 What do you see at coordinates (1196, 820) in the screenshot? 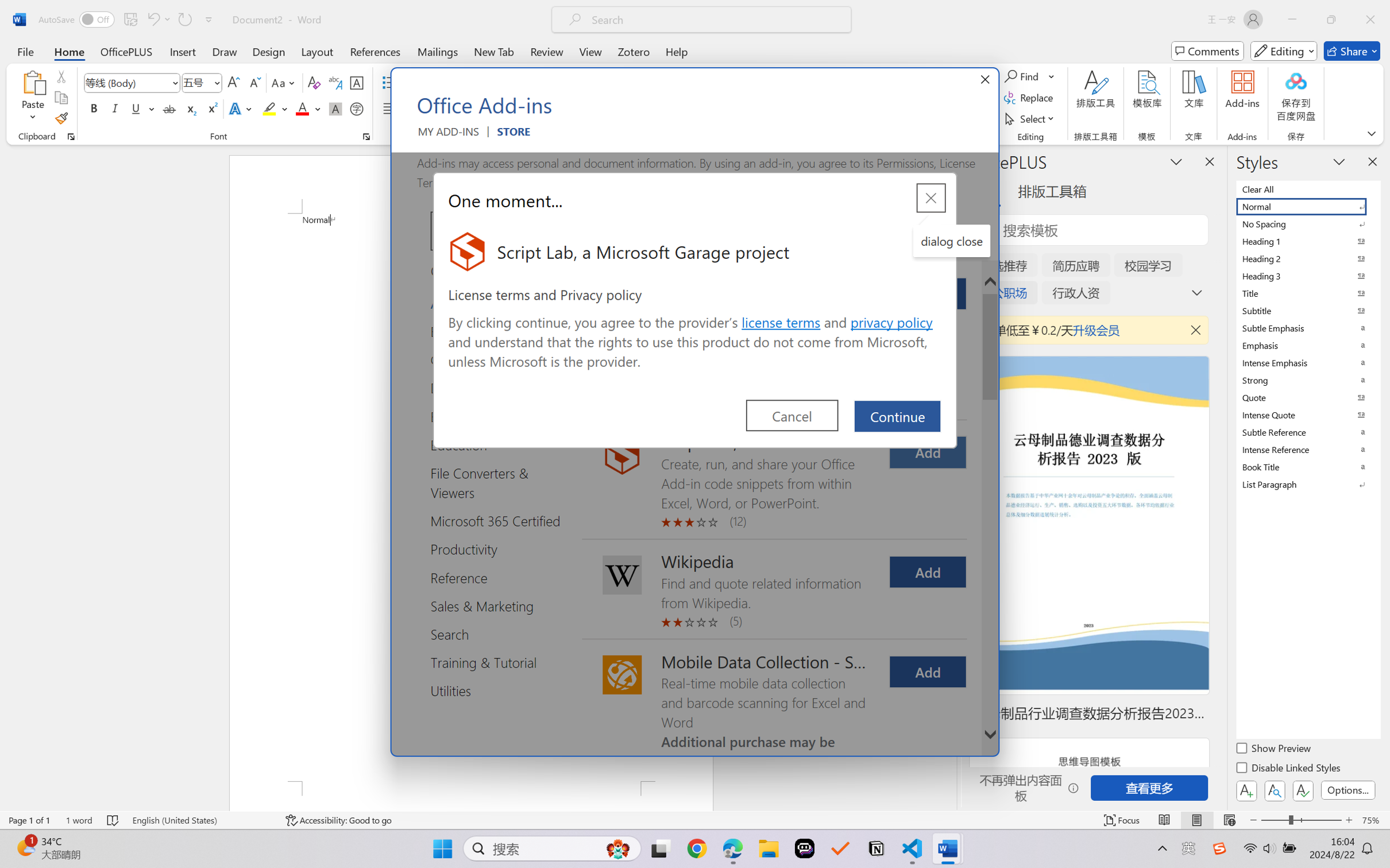
I see `'Print Layout'` at bounding box center [1196, 820].